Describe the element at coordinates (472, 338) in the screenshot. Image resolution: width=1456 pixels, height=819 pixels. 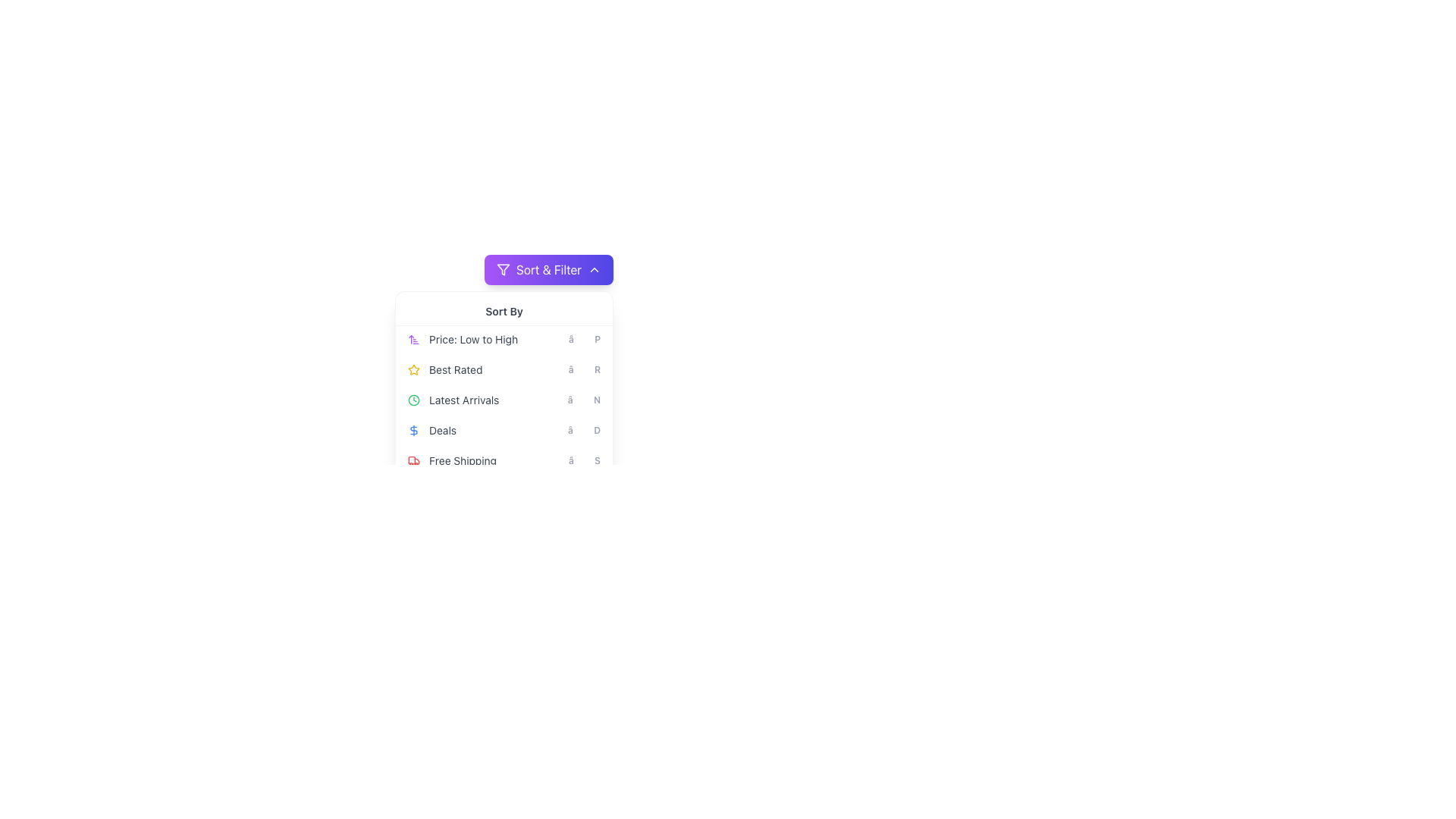
I see `the 'Sort By' dropdown's first option label that describes sorting prices in ascending order` at that location.